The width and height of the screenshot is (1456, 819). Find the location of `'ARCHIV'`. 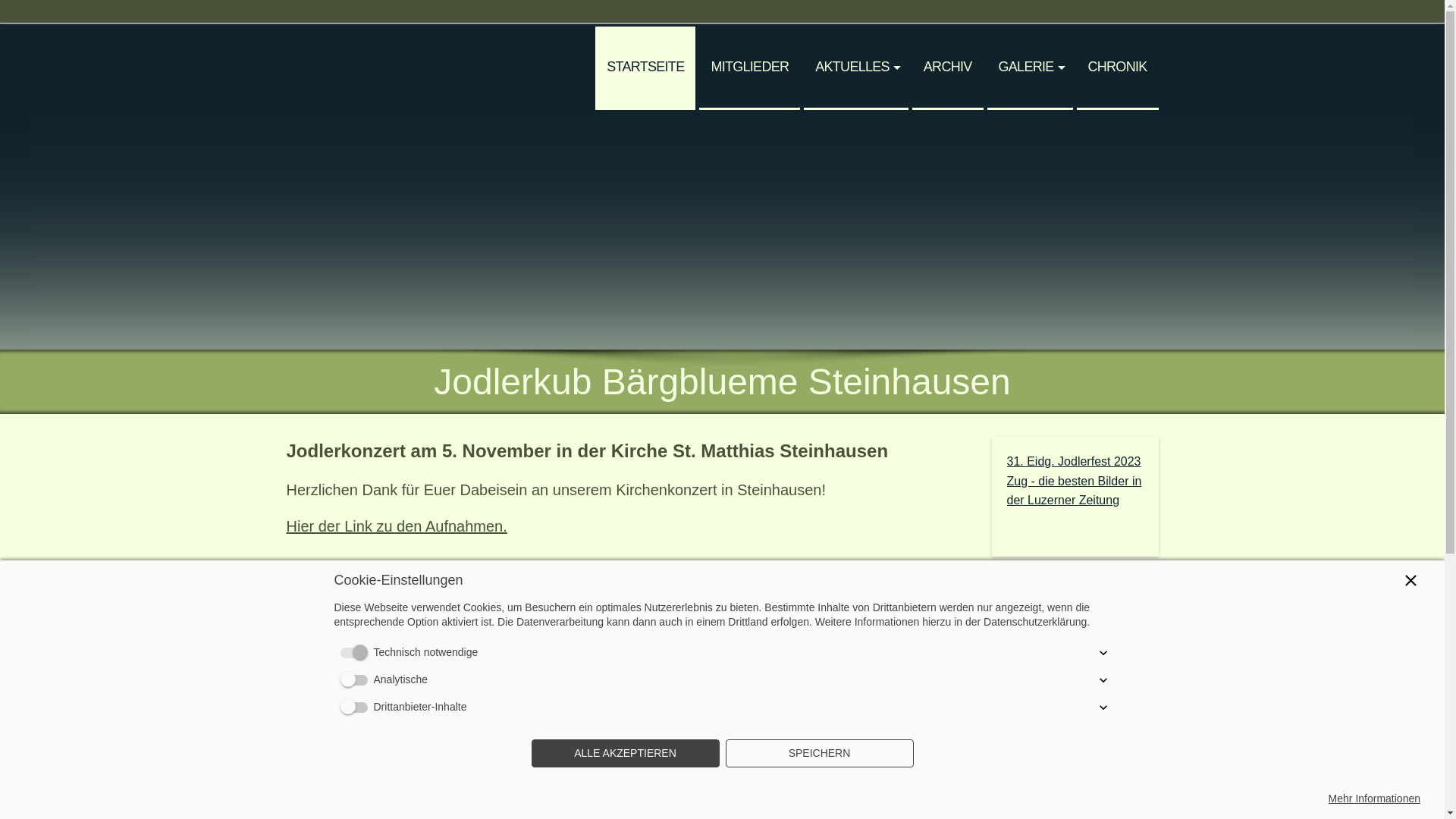

'ARCHIV' is located at coordinates (946, 67).